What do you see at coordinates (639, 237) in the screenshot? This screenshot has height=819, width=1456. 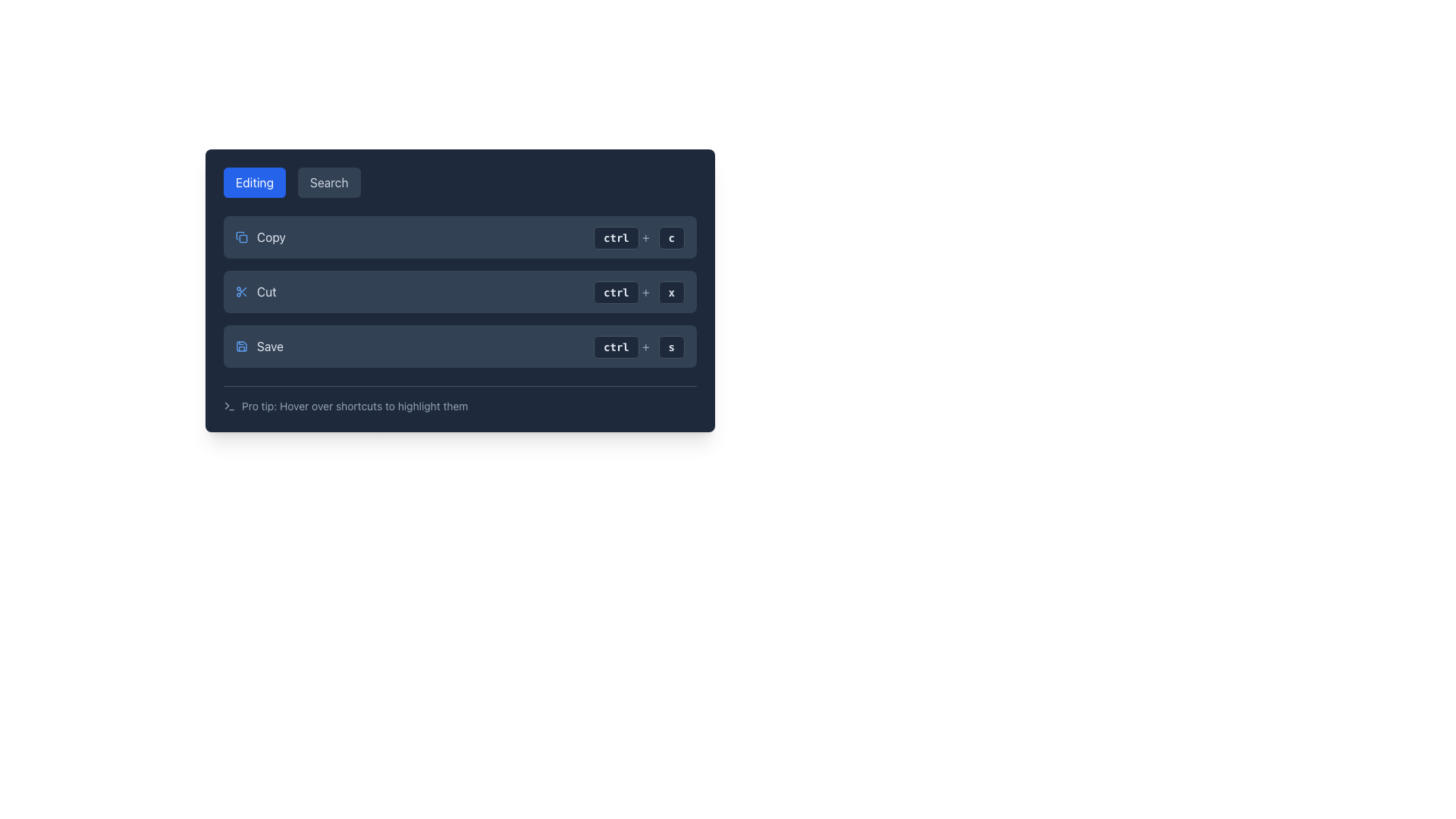 I see `the keyboard shortcut indicator for 'Copy', which displays 'ctrl + c' and is located in the right section of the row labeled 'Copy'` at bounding box center [639, 237].